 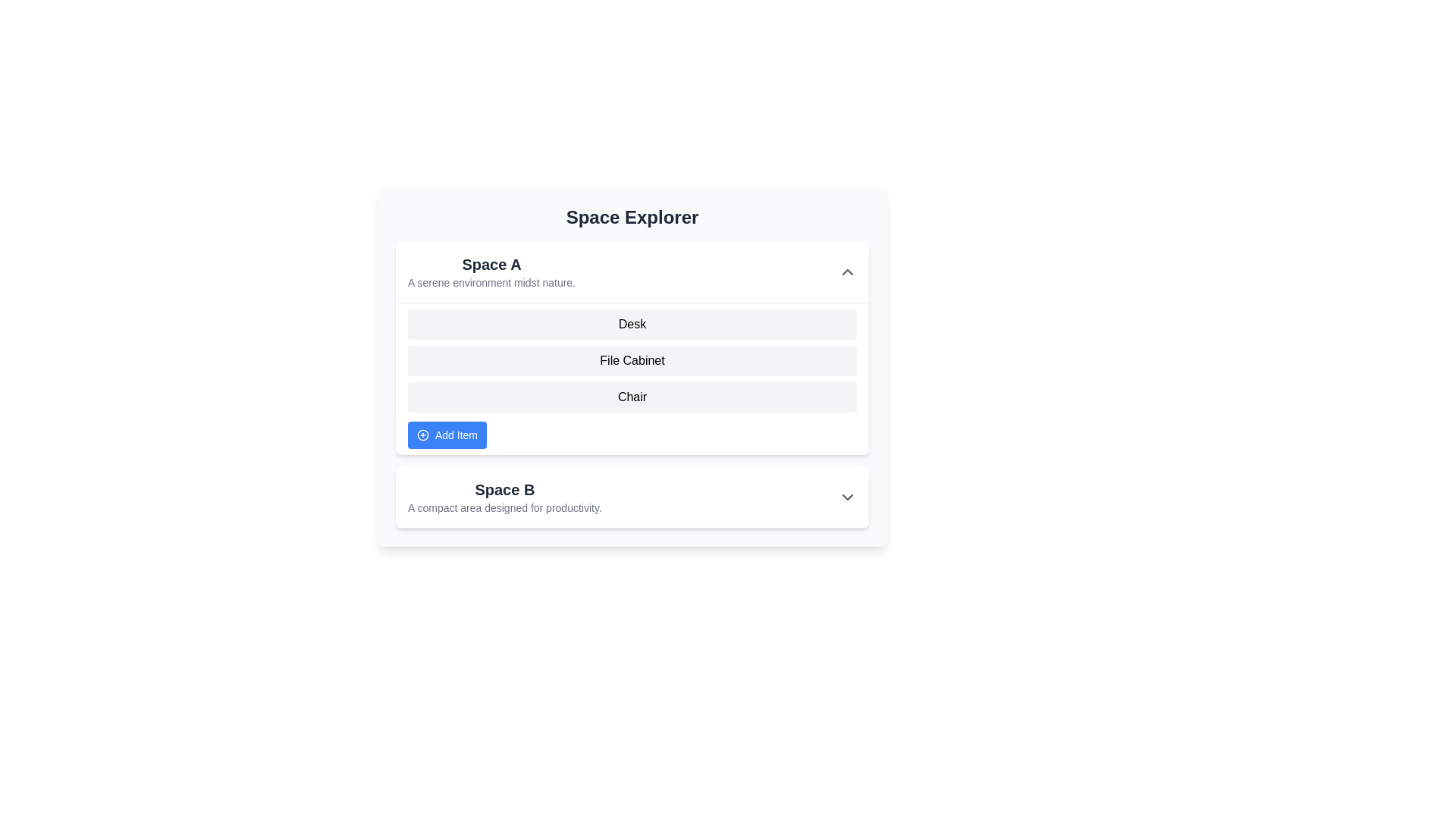 What do you see at coordinates (632, 360) in the screenshot?
I see `the vertically arranged list of items labeled 'Desk', 'File Cabinet', and 'Chair' which is positioned beneath the 'Space A' heading and above the 'Add Item' button` at bounding box center [632, 360].